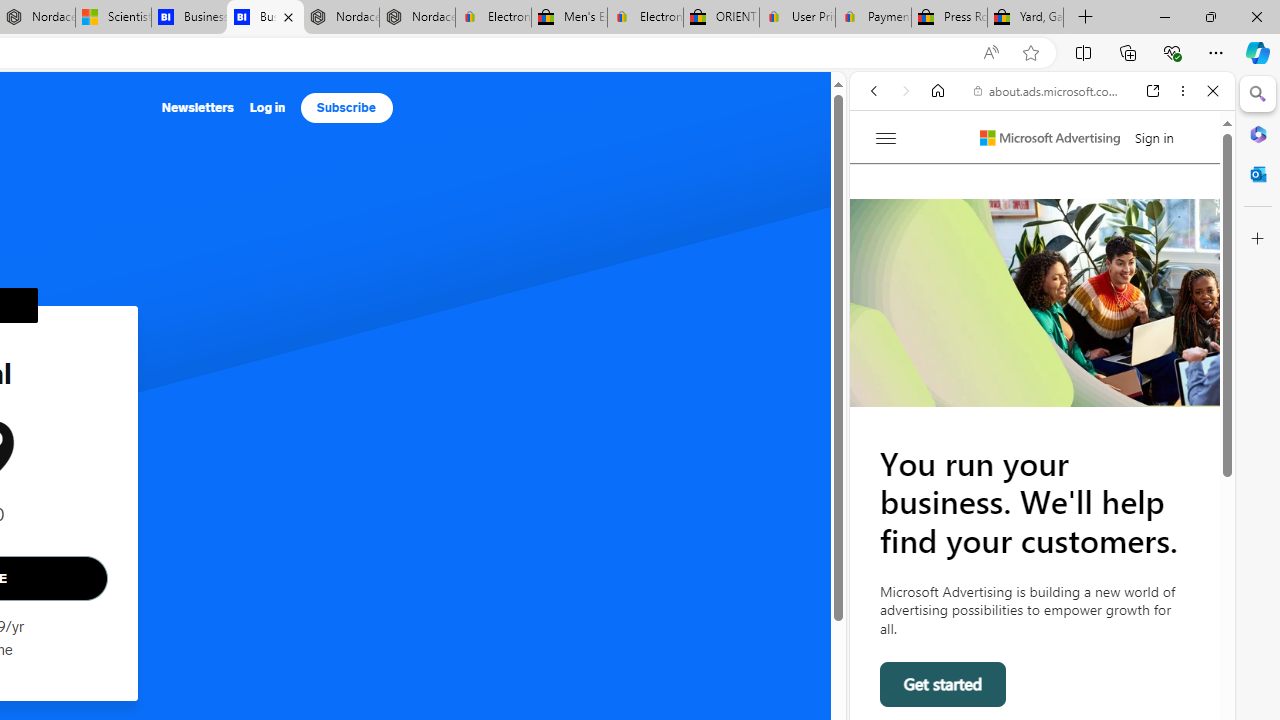 This screenshot has height=720, width=1280. What do you see at coordinates (1257, 94) in the screenshot?
I see `'Minimize Search pane'` at bounding box center [1257, 94].